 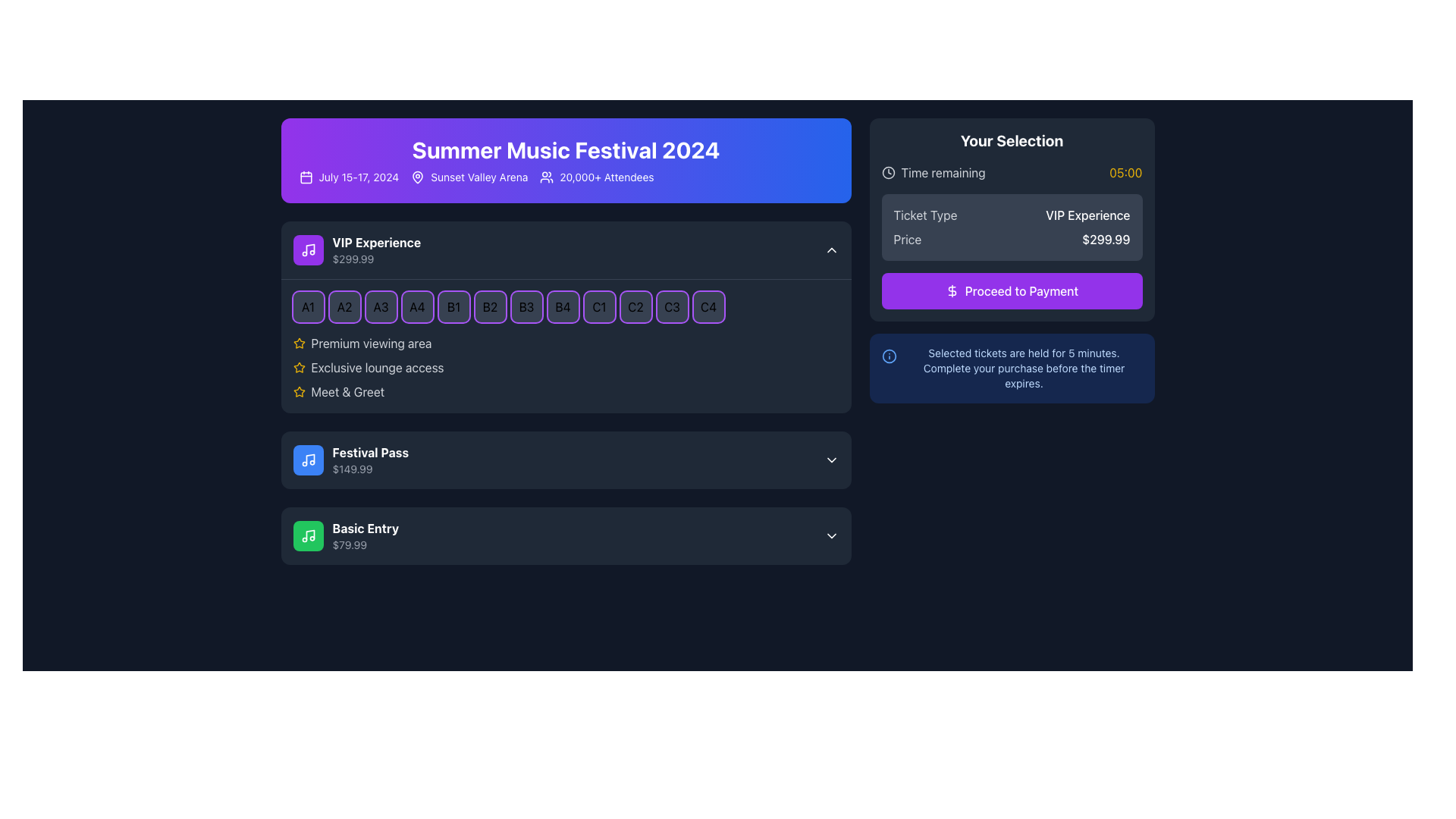 I want to click on text displayed in the Text display area for the 'VIP Experience' ticket option, located below the purple icon with a white musical note, so click(x=376, y=249).